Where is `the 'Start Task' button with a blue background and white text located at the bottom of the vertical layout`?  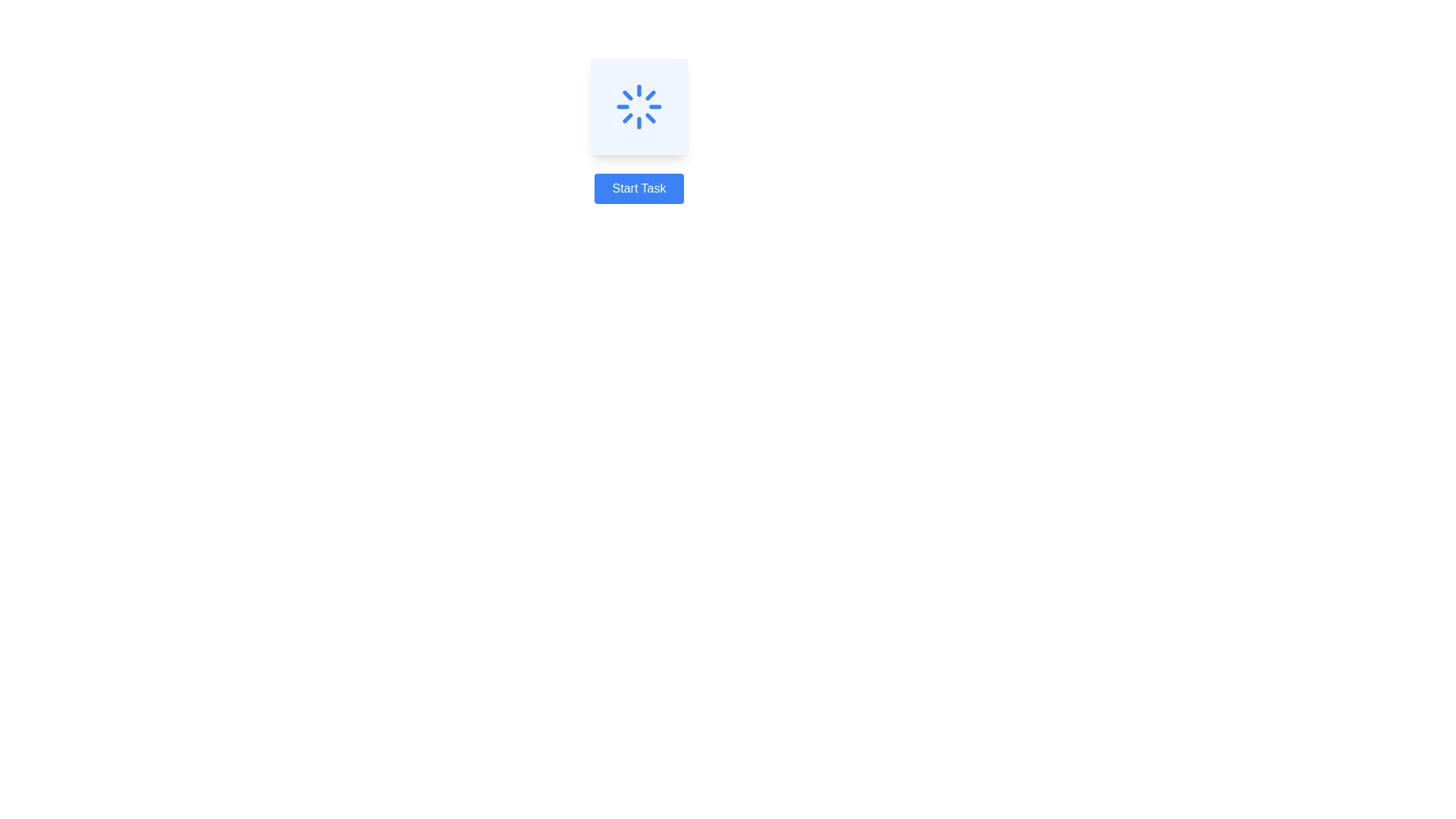
the 'Start Task' button with a blue background and white text located at the bottom of the vertical layout is located at coordinates (639, 188).